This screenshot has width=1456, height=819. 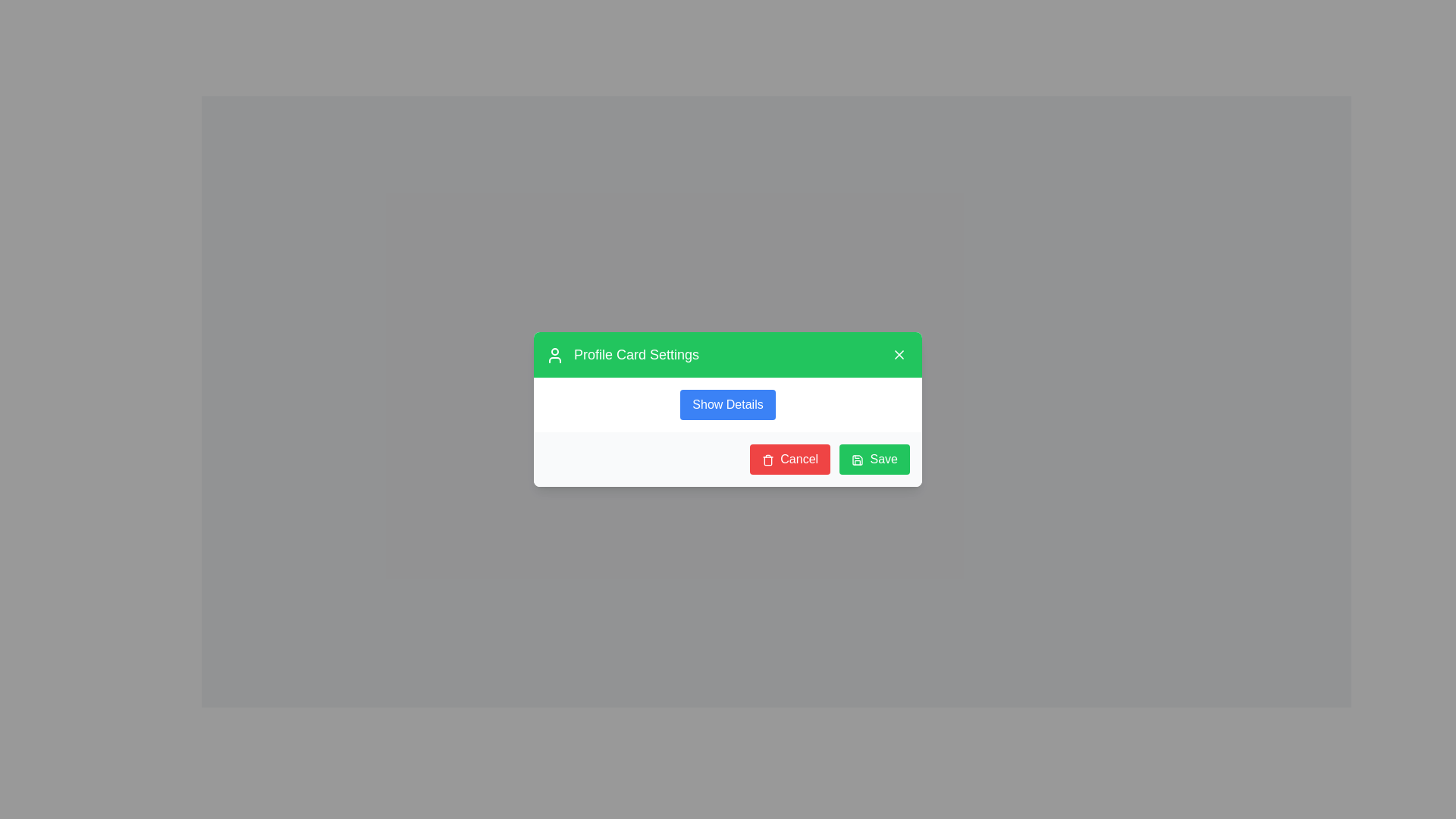 What do you see at coordinates (858, 459) in the screenshot?
I see `the 'Save' button icon located in the bottom-right corner of the dialog box, which indicates the 'save' action` at bounding box center [858, 459].